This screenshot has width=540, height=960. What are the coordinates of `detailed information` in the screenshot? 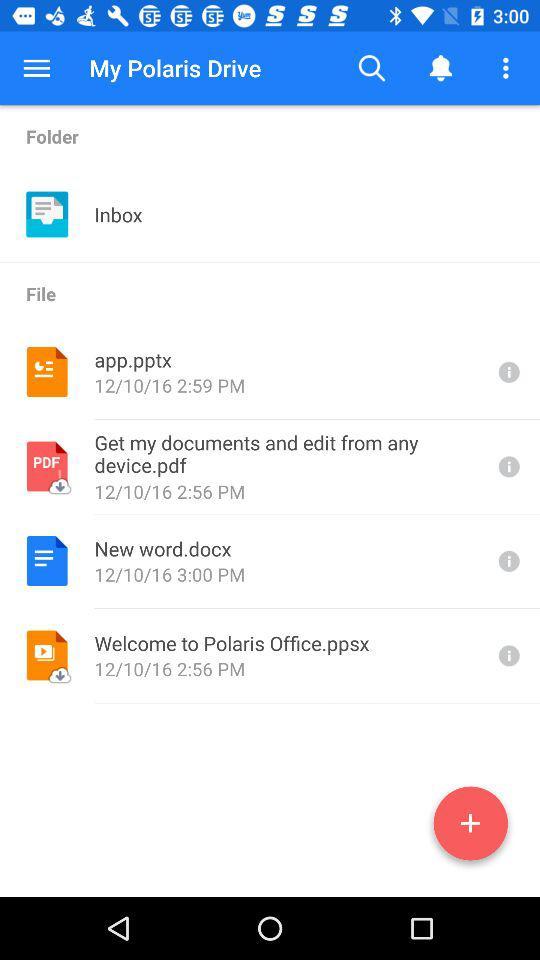 It's located at (507, 371).